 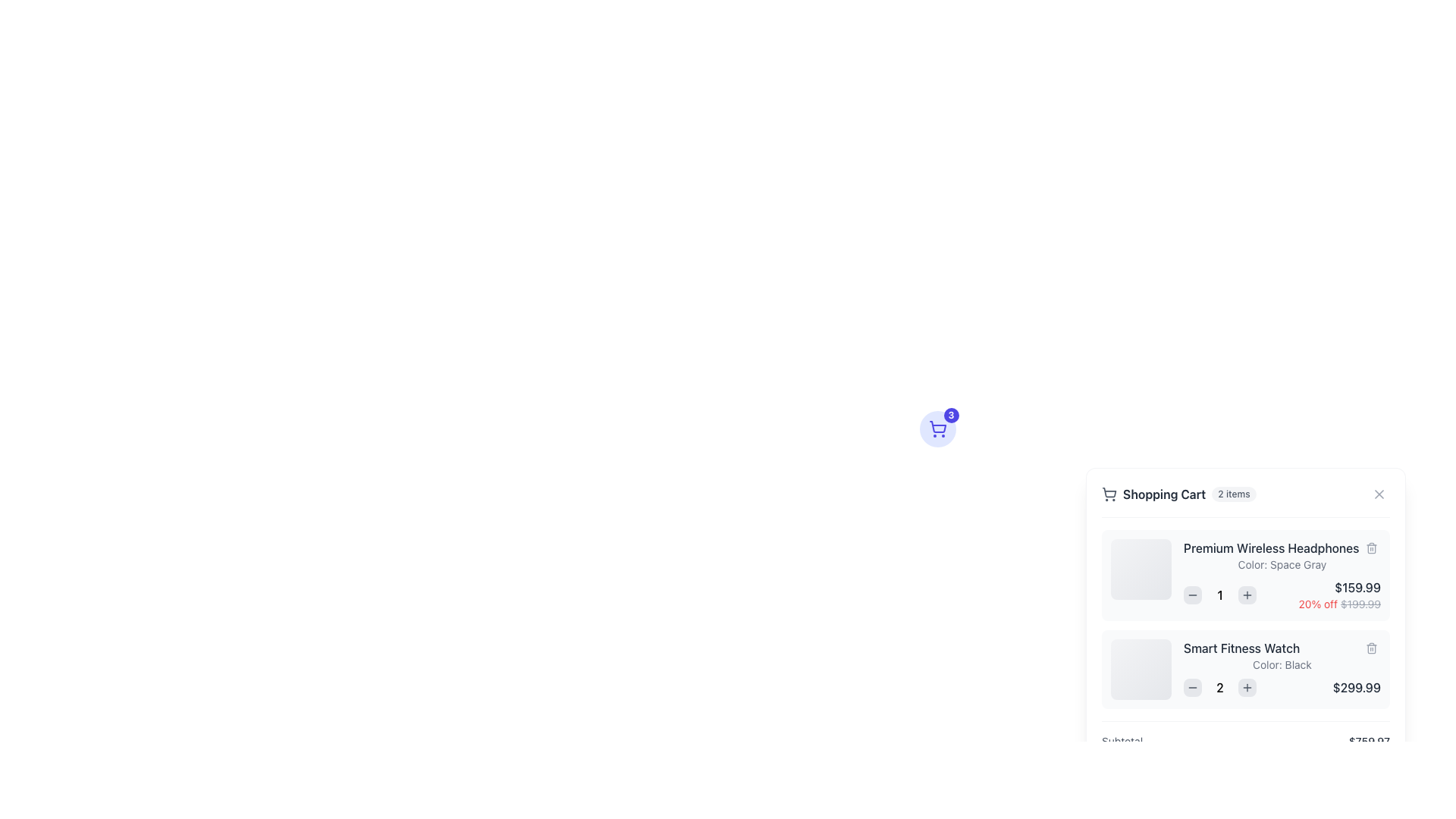 I want to click on the static text element displaying the numeral '2' that is centrally located between the minus and plus icons in the cart item section for 'Smart Fitness Watch', so click(x=1219, y=687).